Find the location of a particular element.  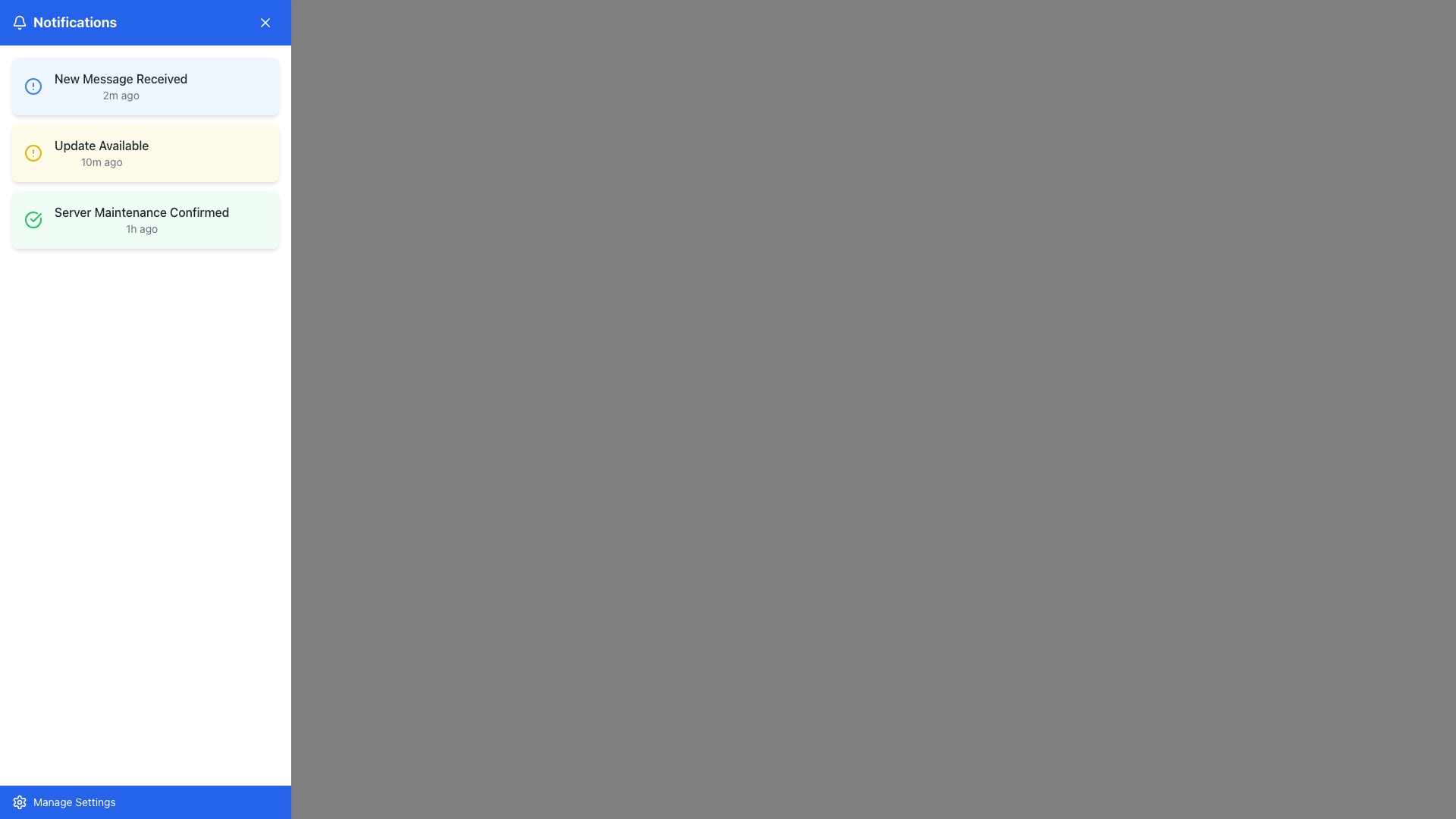

the second notification card in the vertical list, which displays information about an update being available and the time passed since it was posted is located at coordinates (146, 152).